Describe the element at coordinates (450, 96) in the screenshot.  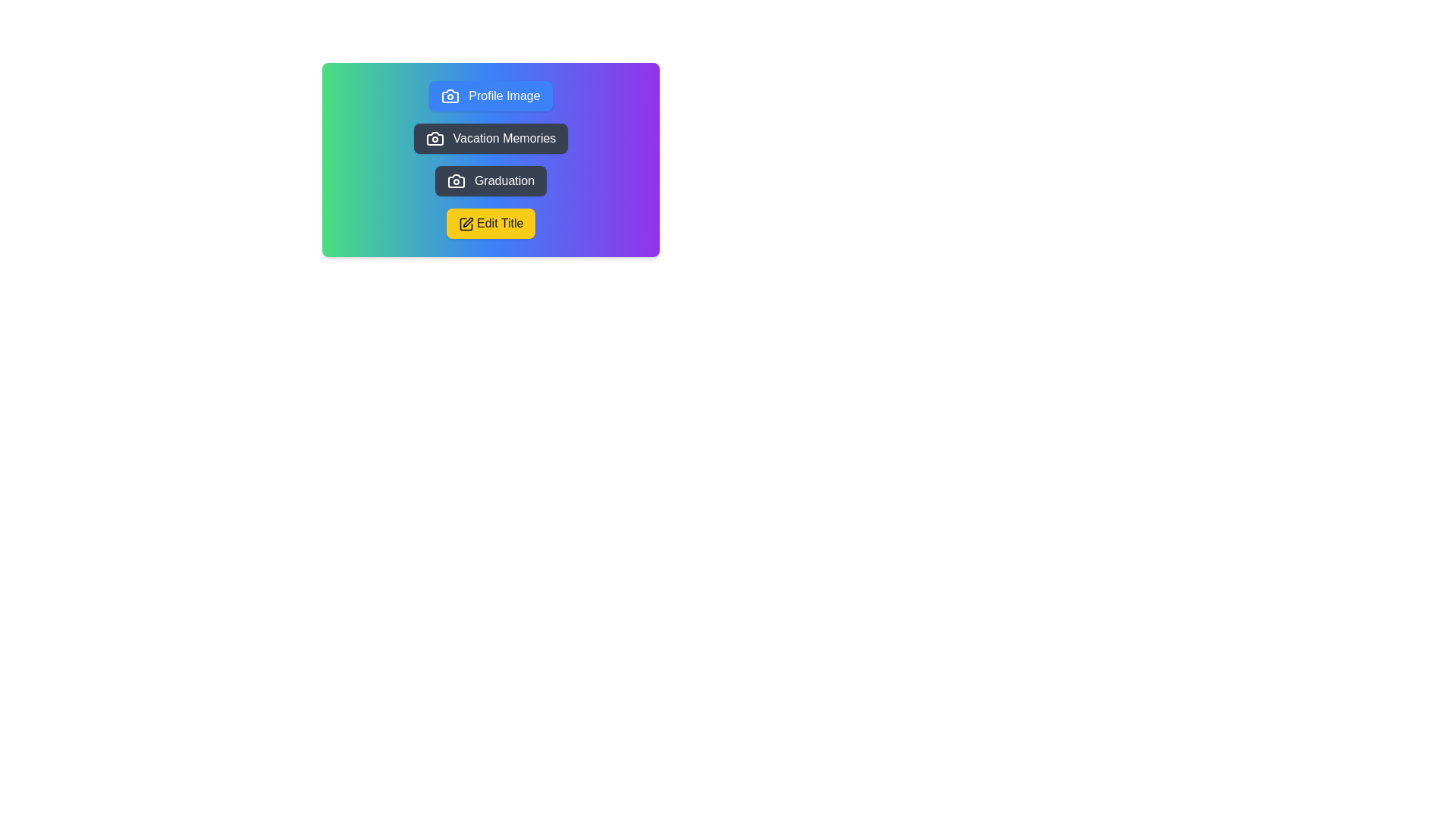
I see `the camera icon, which is a graphical representation of a camera device in a modern line art style, indicating photography functionalities` at that location.